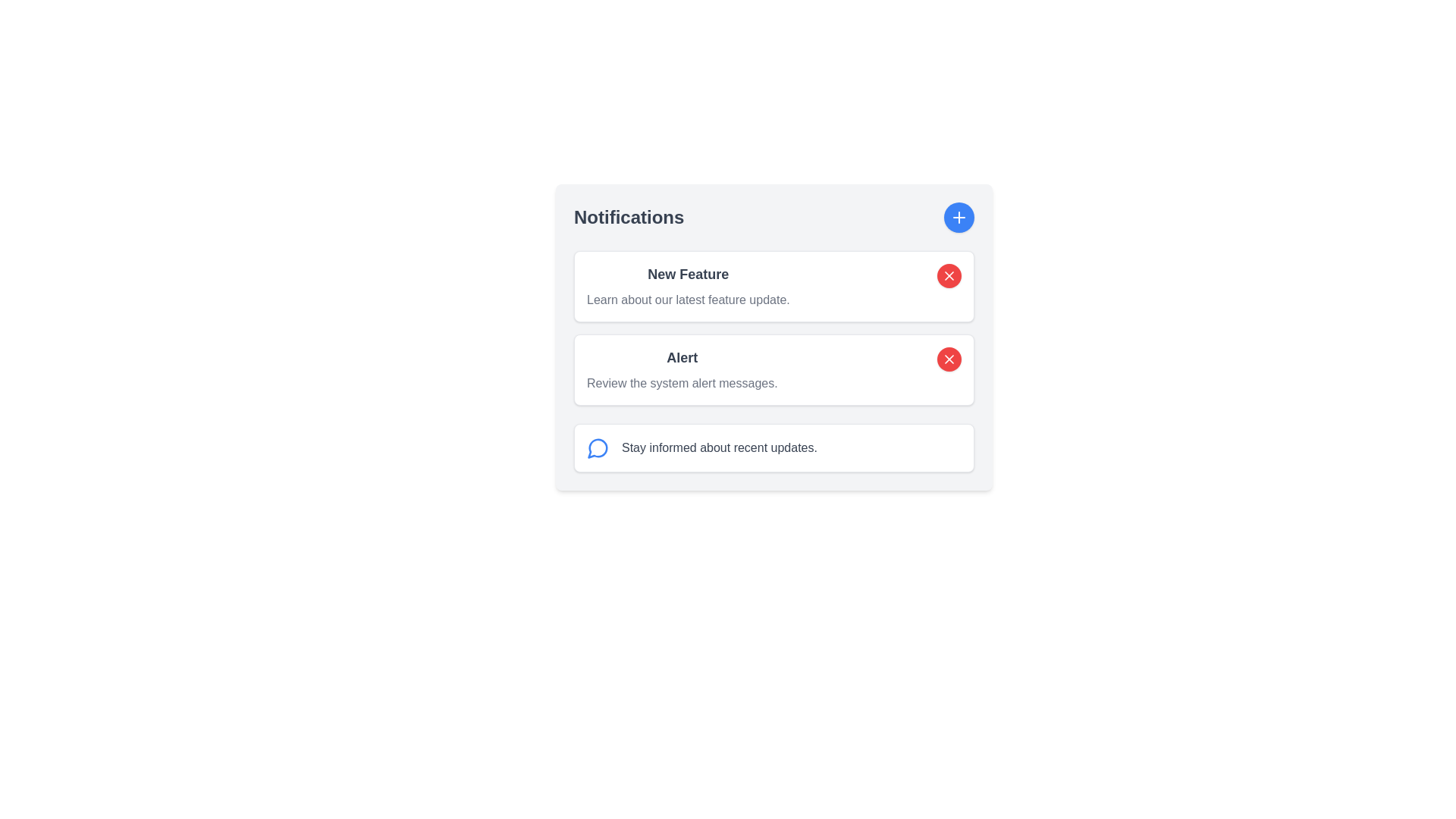 This screenshot has height=819, width=1456. Describe the element at coordinates (597, 447) in the screenshot. I see `the circular blue button featuring a speech bubble icon located at the top-right corner of the notification card interface` at that location.